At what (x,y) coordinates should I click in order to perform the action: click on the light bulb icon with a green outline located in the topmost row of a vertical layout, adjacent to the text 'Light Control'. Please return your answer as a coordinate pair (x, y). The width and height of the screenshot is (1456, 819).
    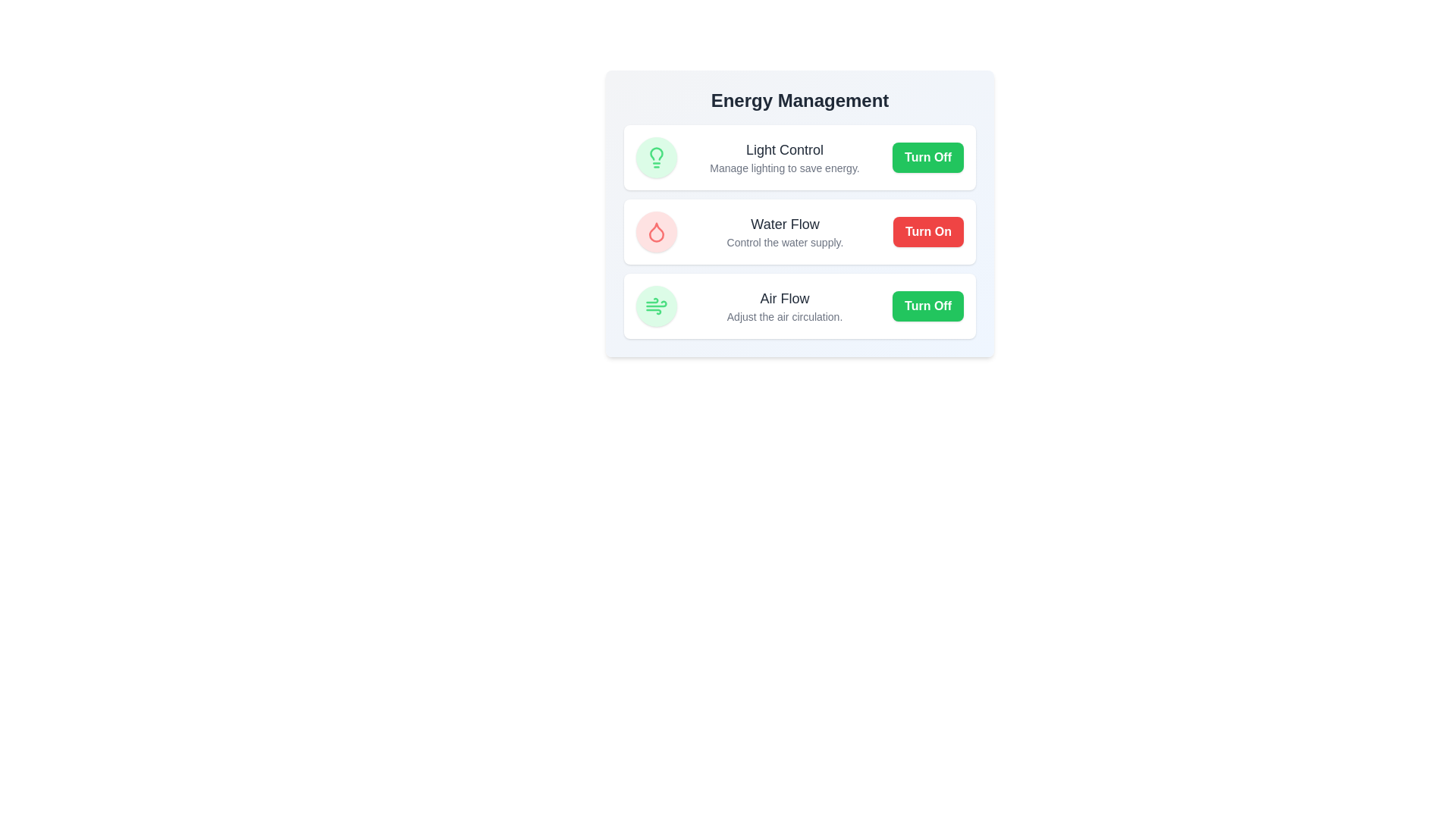
    Looking at the image, I should click on (656, 158).